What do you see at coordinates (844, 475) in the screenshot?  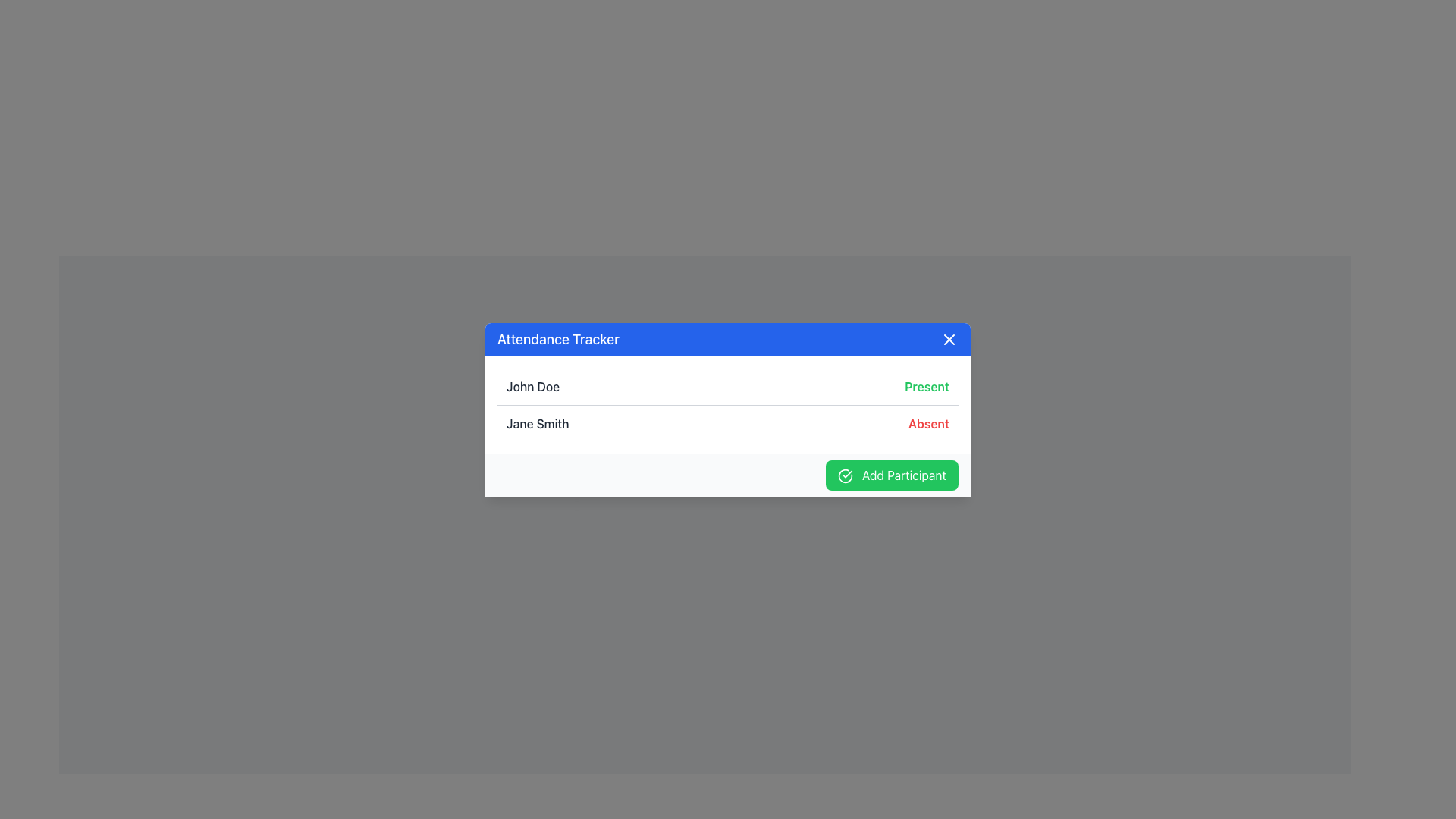 I see `the button containing the SVG icon with a check mark, located at the bottom-right corner of the dialog box, next to the 'Add Participant' text` at bounding box center [844, 475].